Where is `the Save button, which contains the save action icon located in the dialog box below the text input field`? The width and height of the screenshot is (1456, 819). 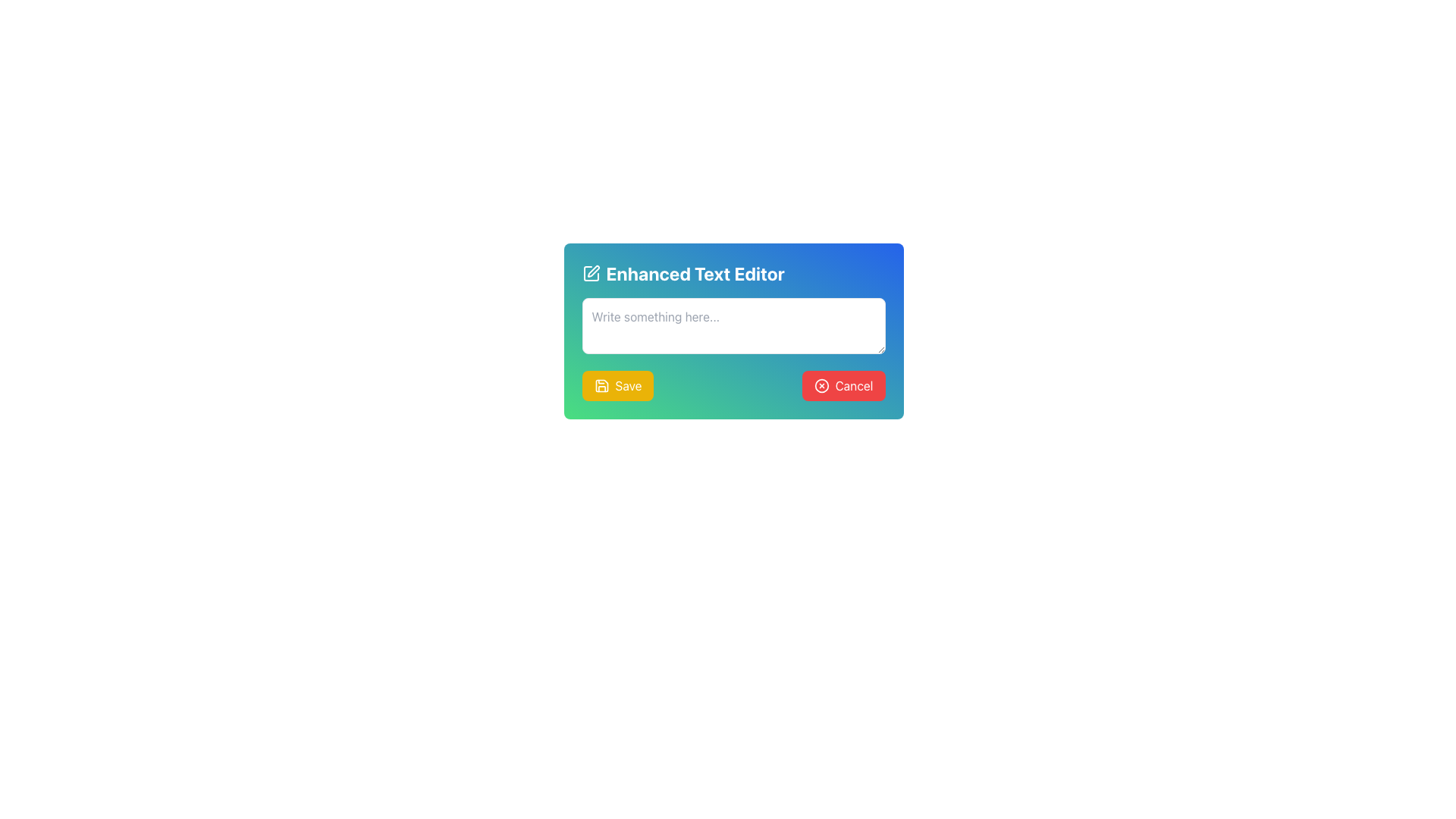 the Save button, which contains the save action icon located in the dialog box below the text input field is located at coordinates (601, 385).